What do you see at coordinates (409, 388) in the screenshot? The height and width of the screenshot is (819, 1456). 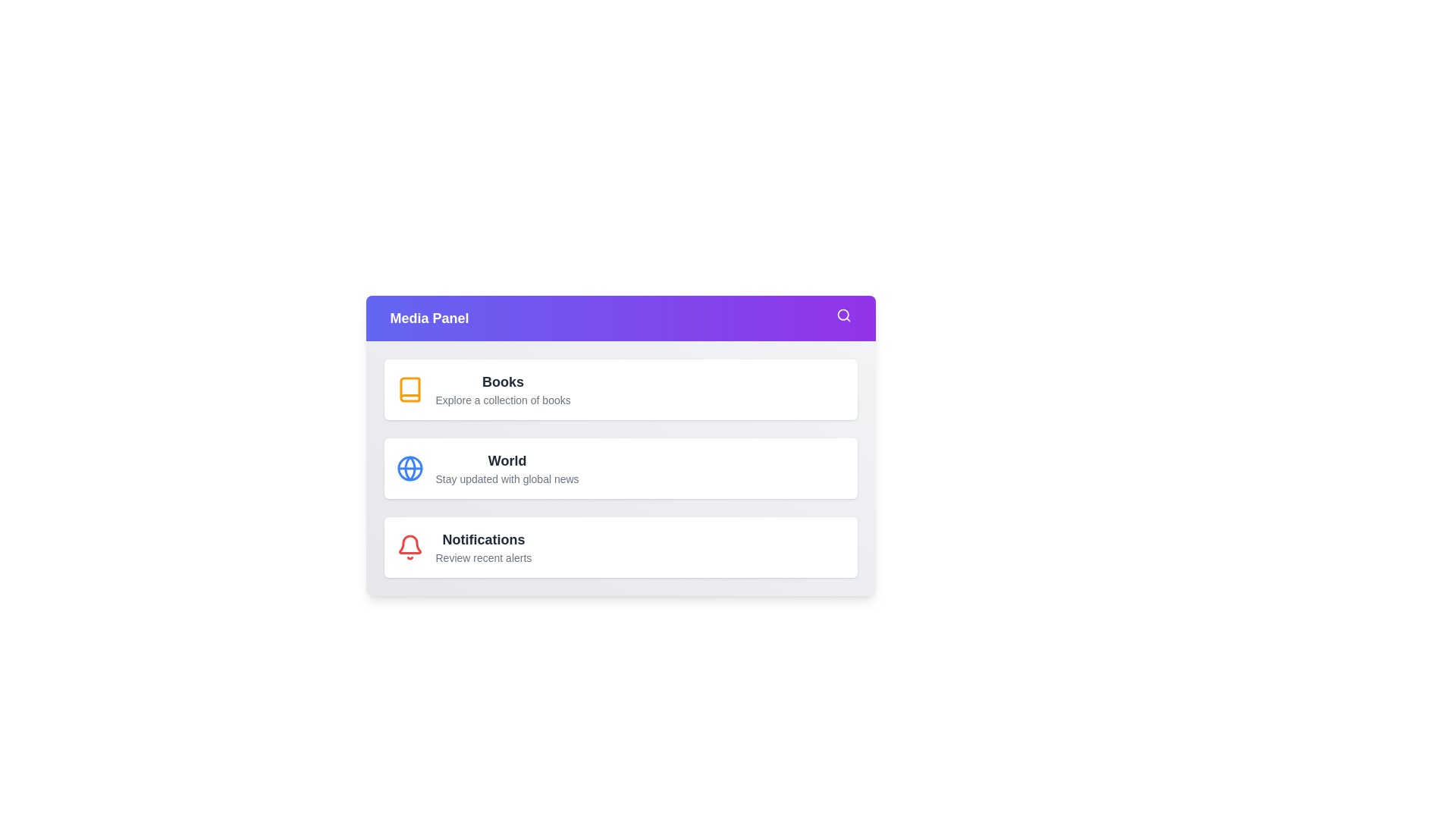 I see `the menu option Books to view its highlight` at bounding box center [409, 388].